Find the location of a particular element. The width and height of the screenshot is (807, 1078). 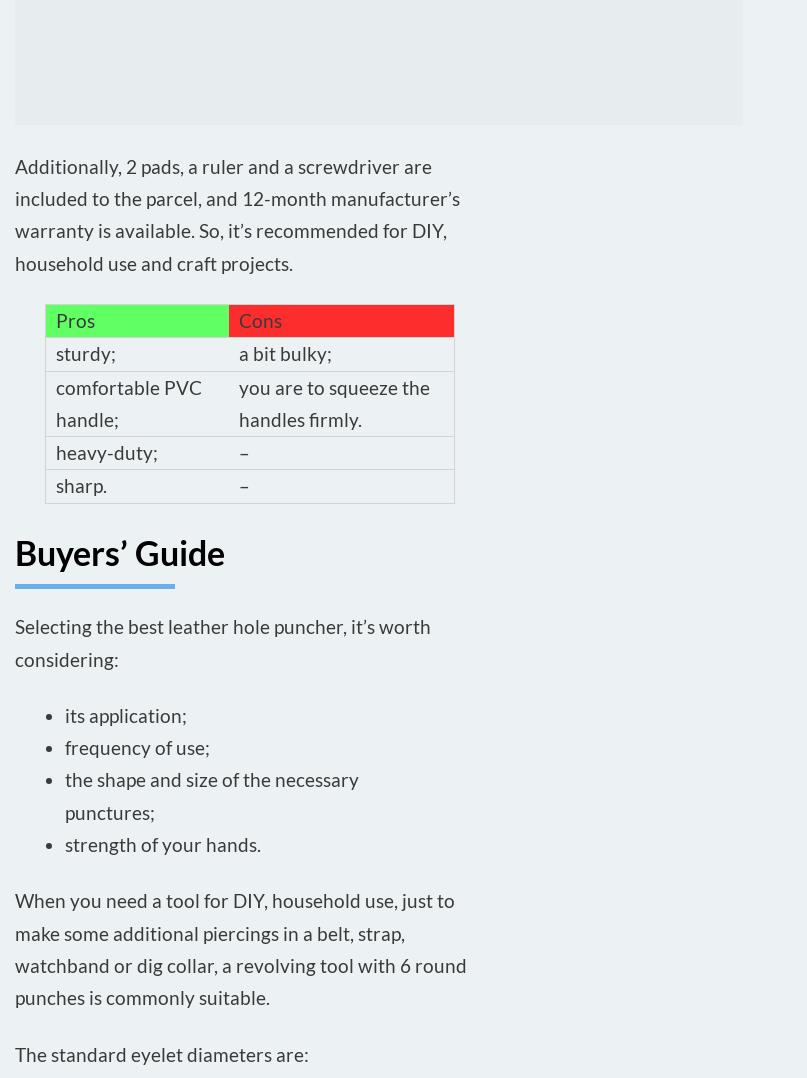

'sturdy;' is located at coordinates (56, 353).